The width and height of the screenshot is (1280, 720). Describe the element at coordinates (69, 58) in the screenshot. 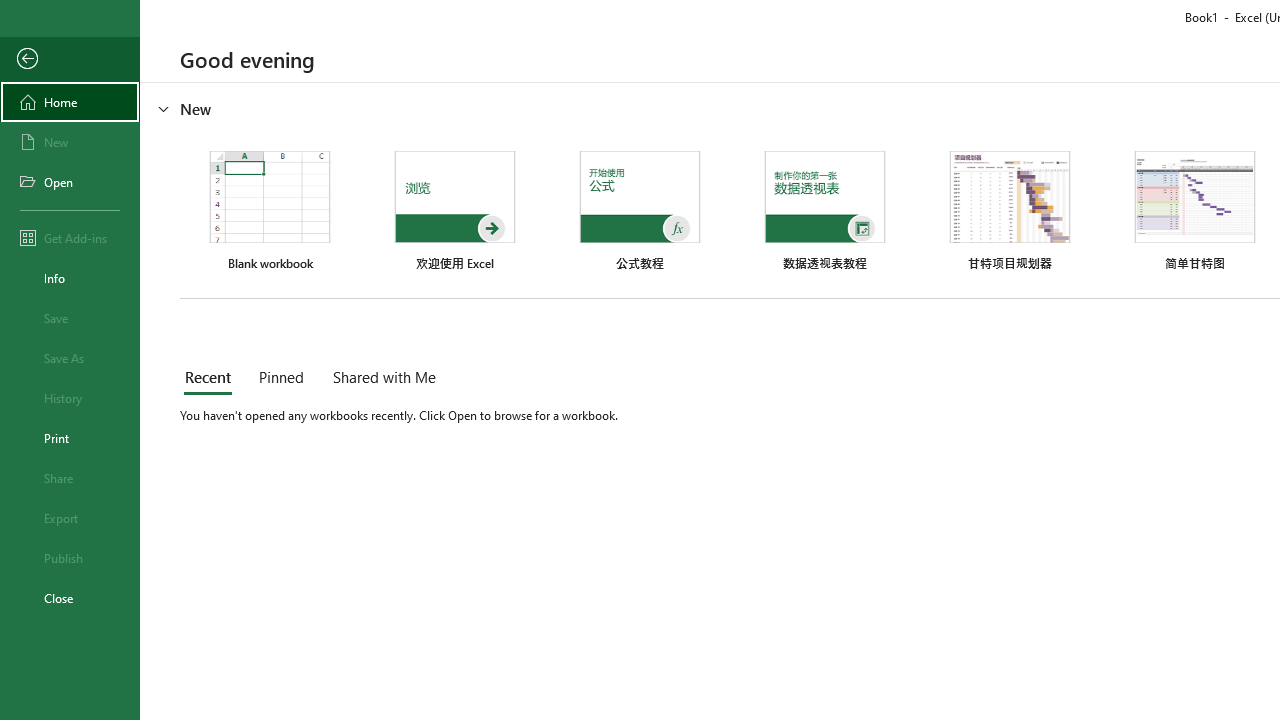

I see `'Back'` at that location.